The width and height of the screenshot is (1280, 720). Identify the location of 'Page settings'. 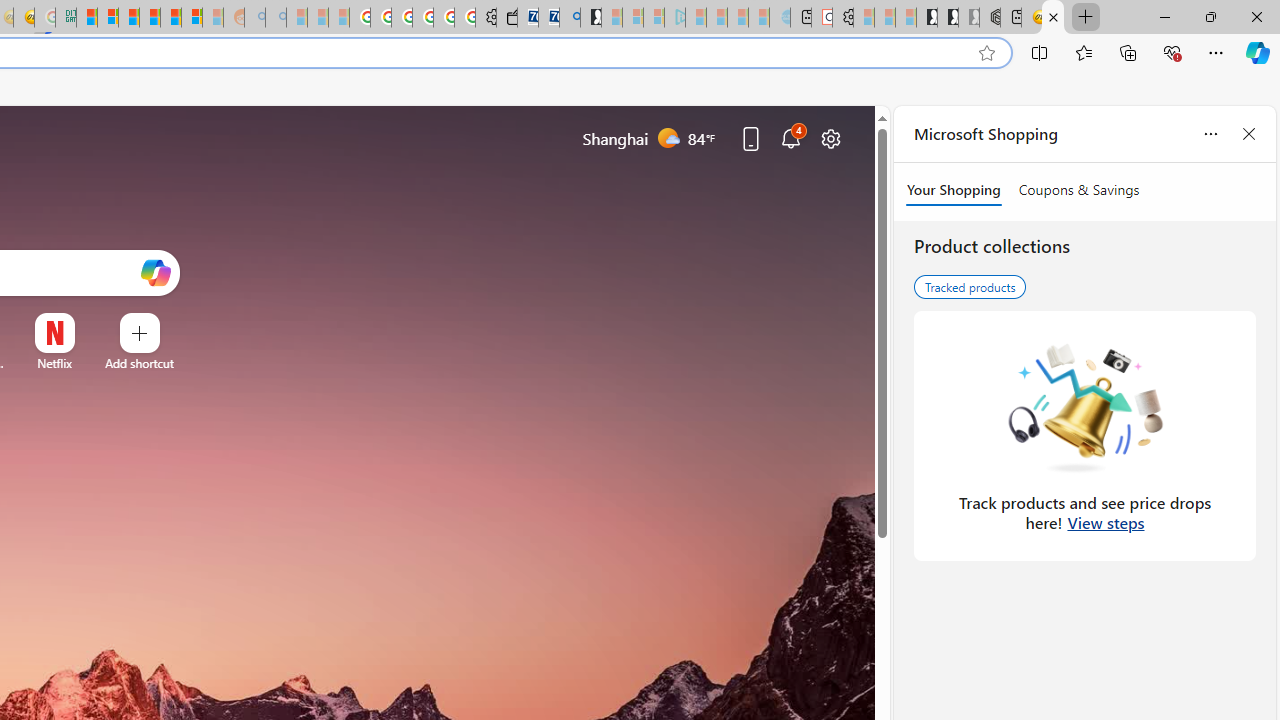
(831, 137).